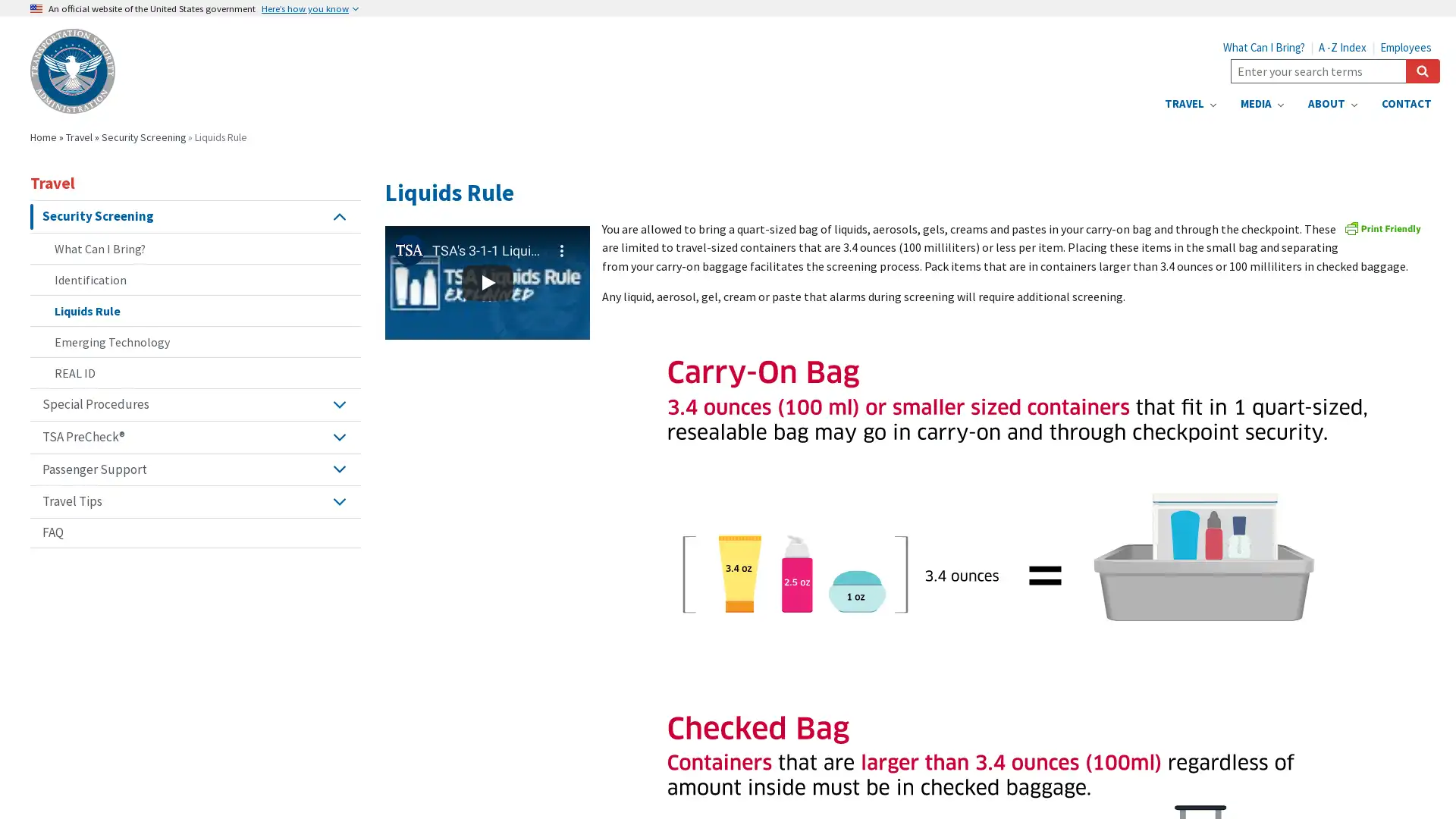 Image resolution: width=1456 pixels, height=819 pixels. I want to click on MEDIA, so click(1262, 103).